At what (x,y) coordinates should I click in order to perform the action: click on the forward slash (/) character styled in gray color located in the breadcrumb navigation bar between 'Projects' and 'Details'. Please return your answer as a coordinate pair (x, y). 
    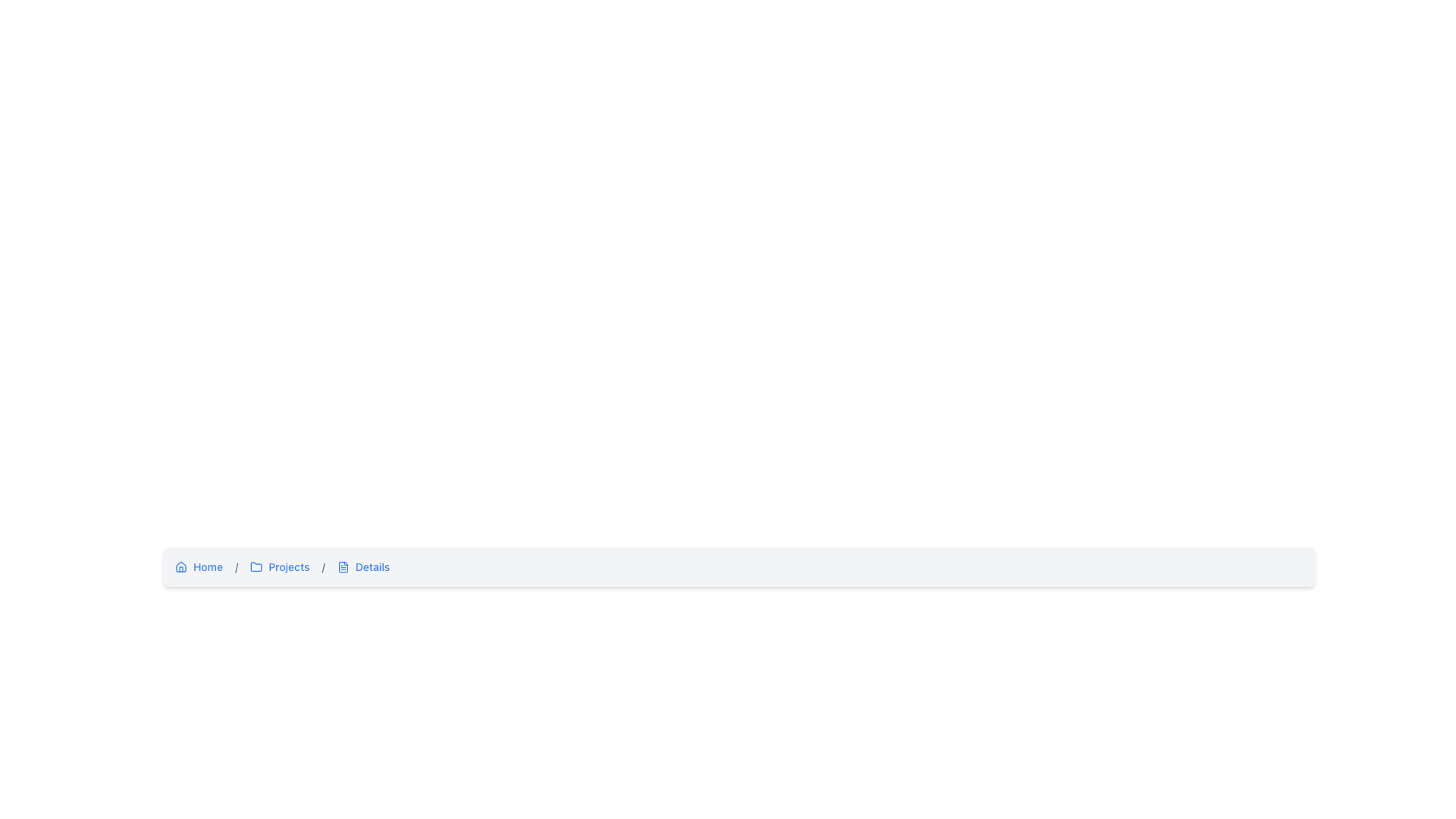
    Looking at the image, I should click on (236, 566).